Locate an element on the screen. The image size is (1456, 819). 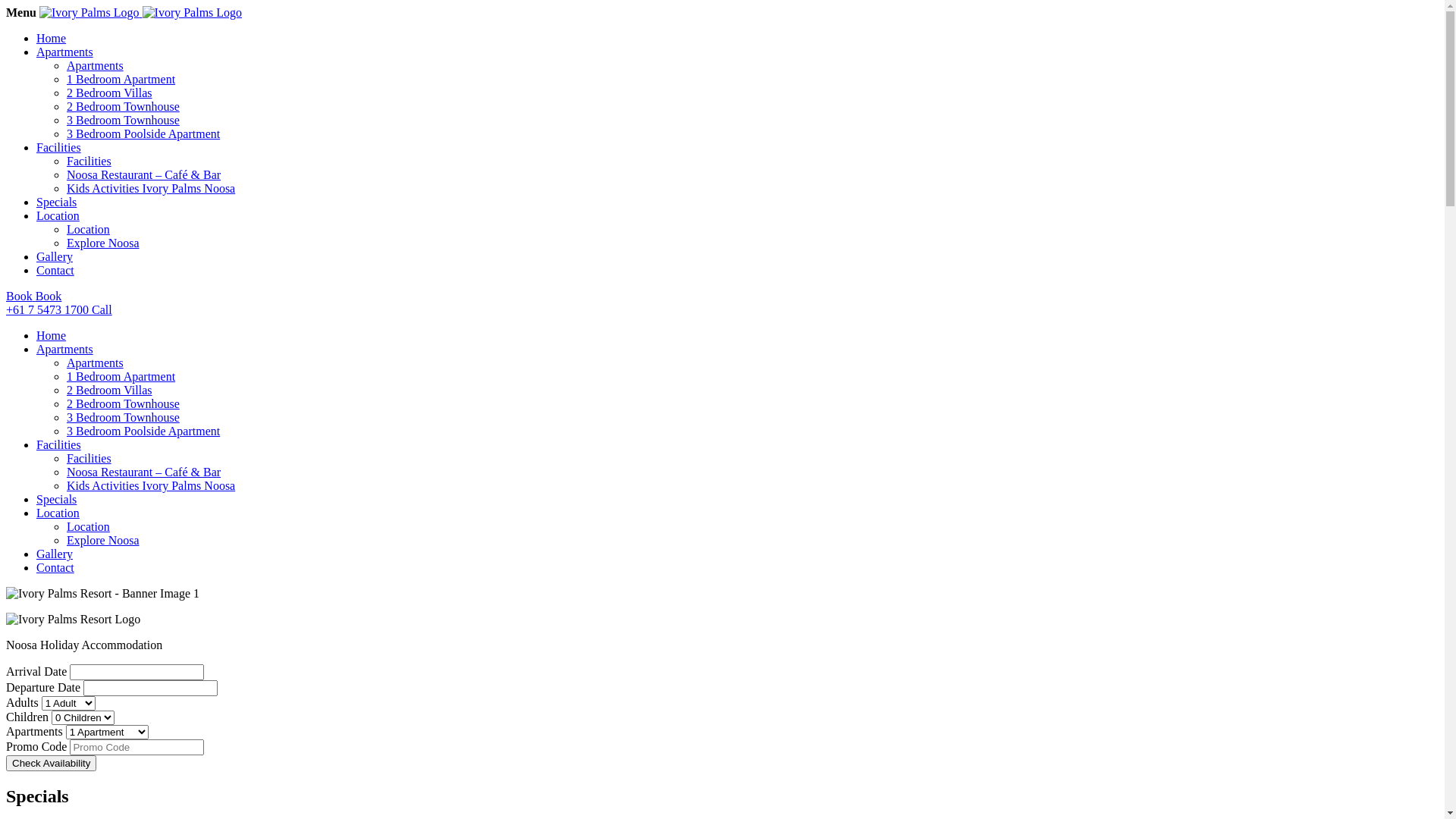
'Apartments' is located at coordinates (94, 64).